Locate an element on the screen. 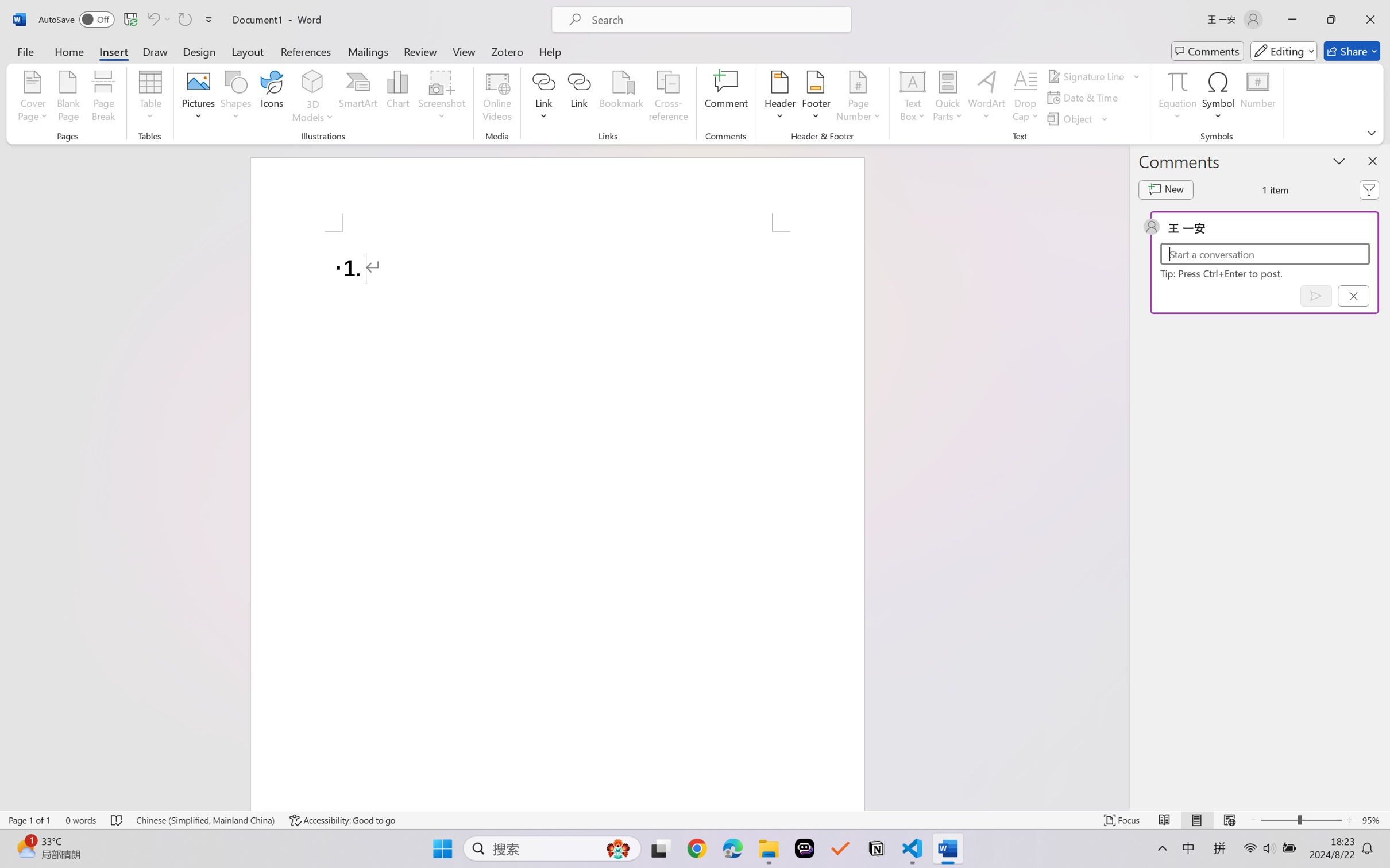  'Equation' is located at coordinates (1177, 81).